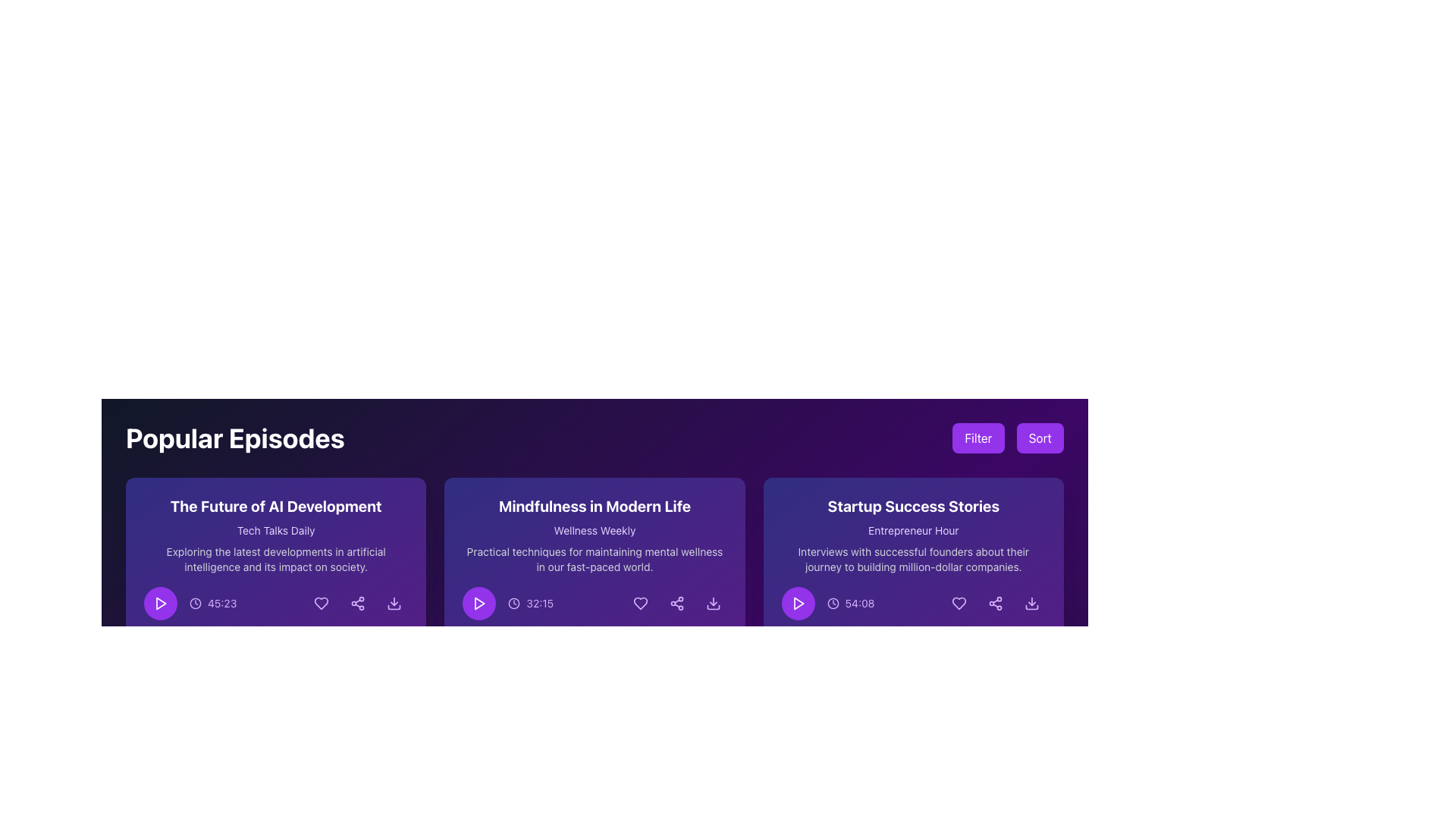 The height and width of the screenshot is (819, 1456). What do you see at coordinates (798, 602) in the screenshot?
I see `the triangular play icon within the purple circular button located under the 'Startup Success Stories' card` at bounding box center [798, 602].